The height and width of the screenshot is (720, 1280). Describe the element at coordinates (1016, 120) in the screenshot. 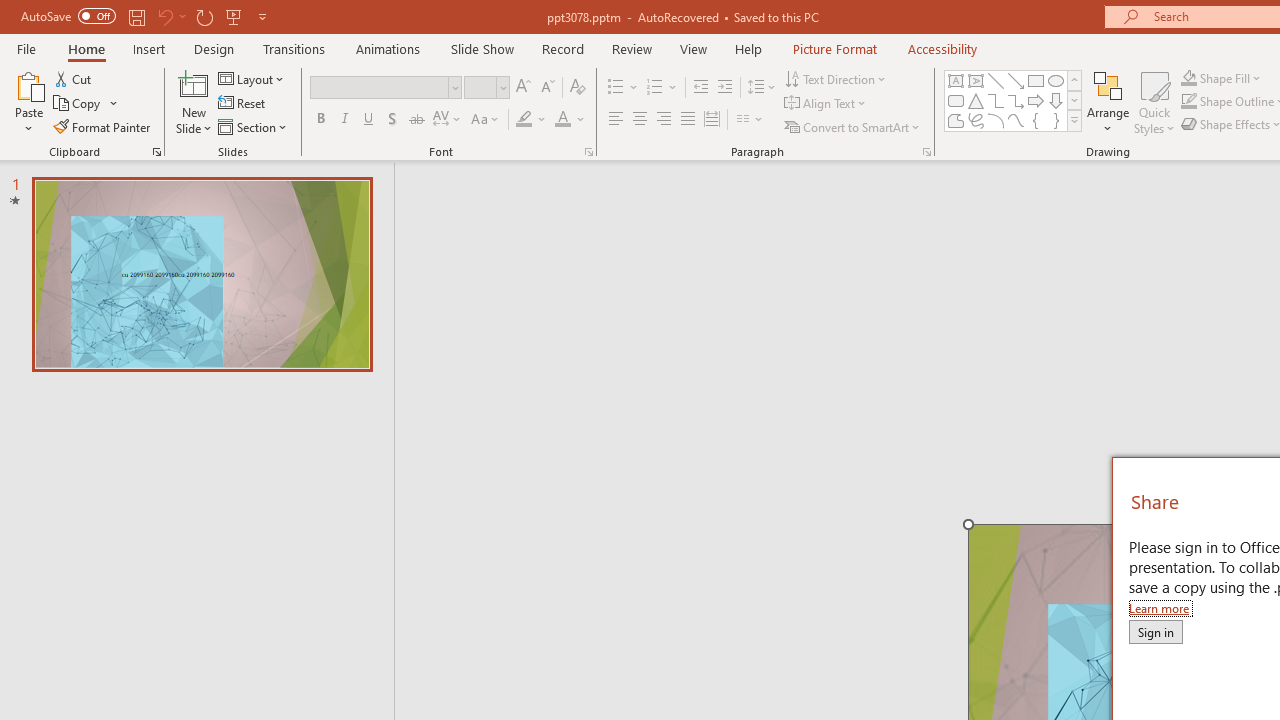

I see `'Curve'` at that location.